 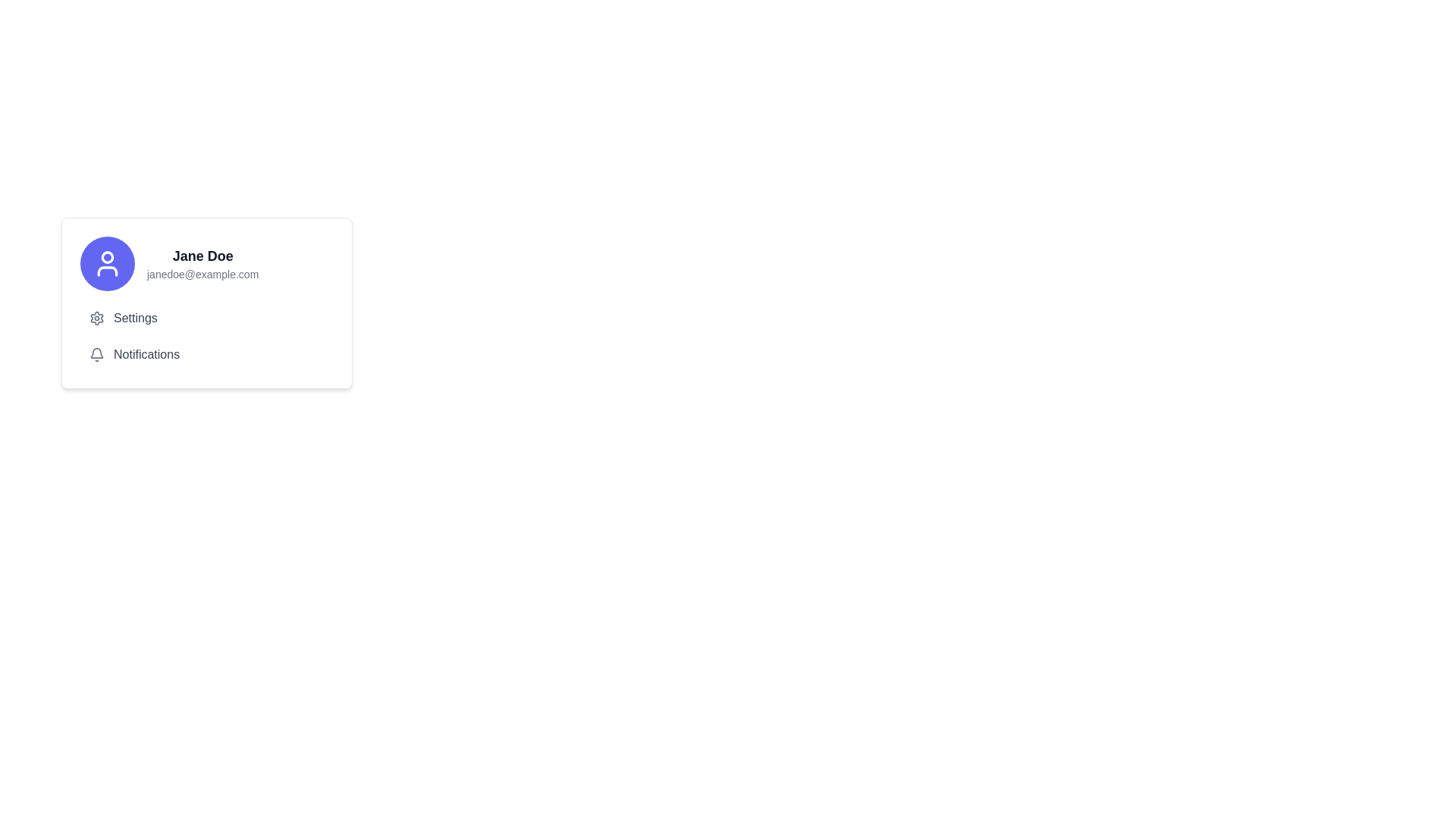 I want to click on the navigational button located in the middle of the card, below the 'Settings' option and above the bottom edge of the card, so click(x=206, y=354).